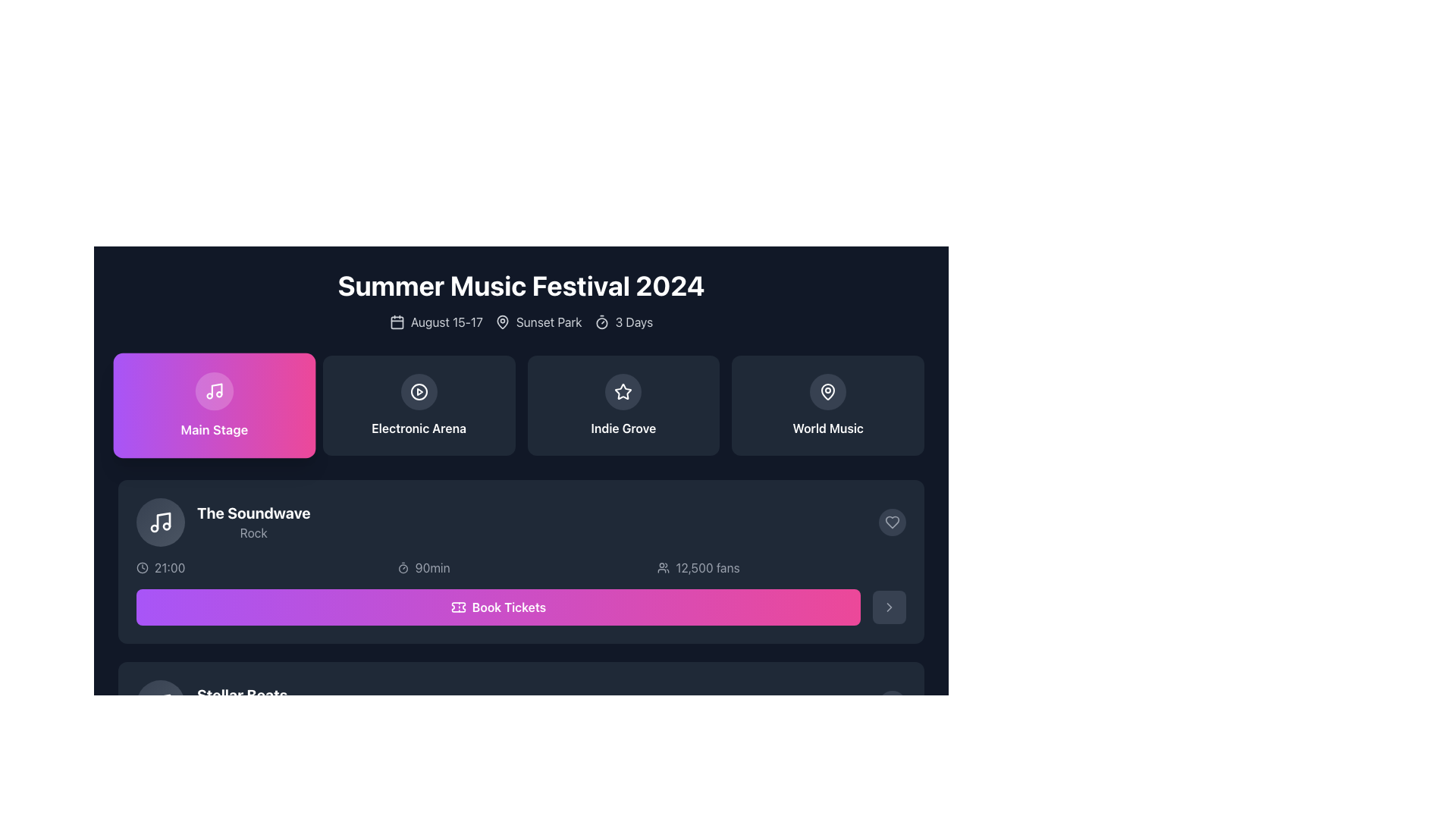  Describe the element at coordinates (419, 391) in the screenshot. I see `the play button in the 'Electronic Arena' section` at that location.